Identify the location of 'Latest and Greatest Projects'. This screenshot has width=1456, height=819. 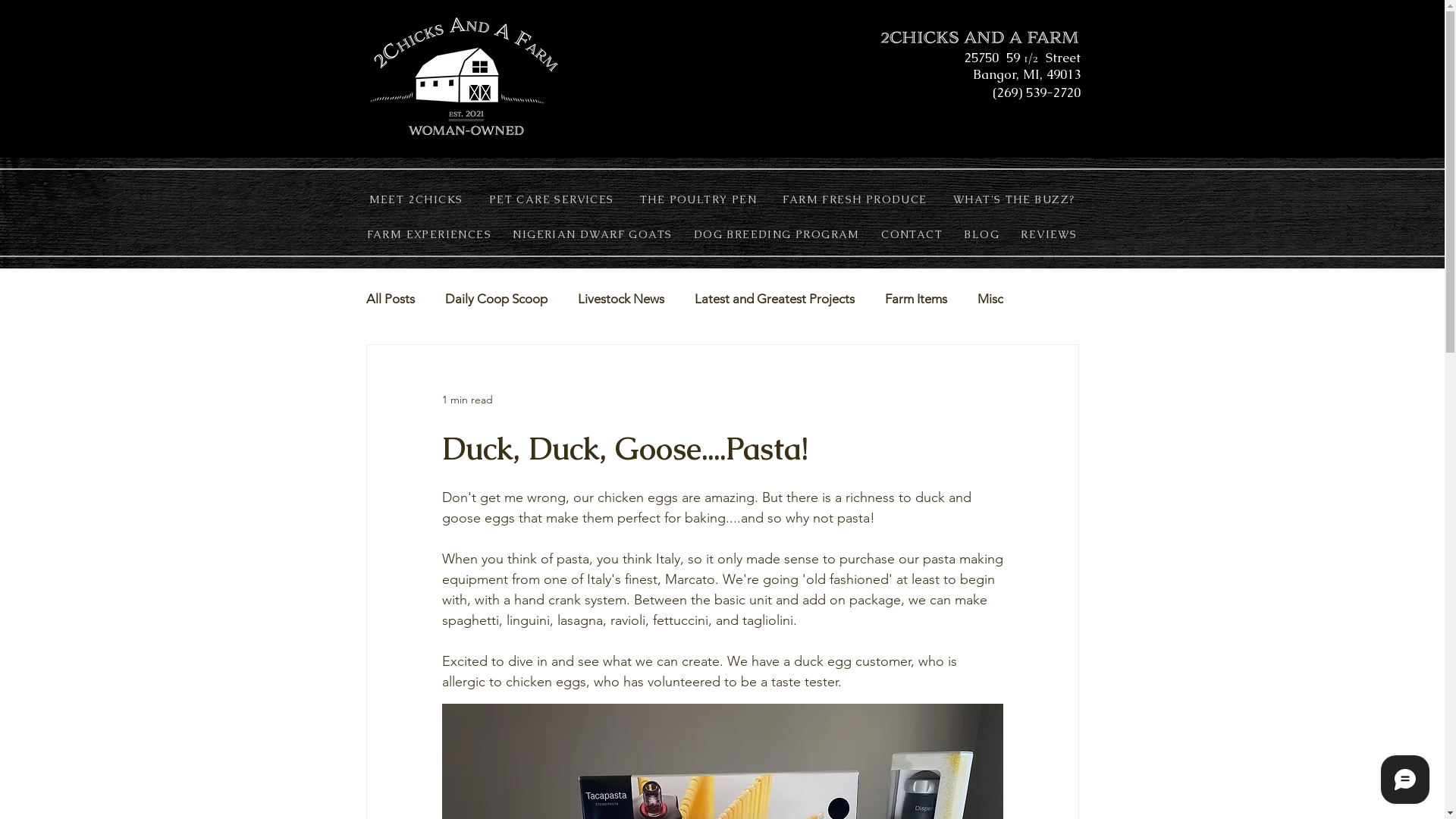
(774, 298).